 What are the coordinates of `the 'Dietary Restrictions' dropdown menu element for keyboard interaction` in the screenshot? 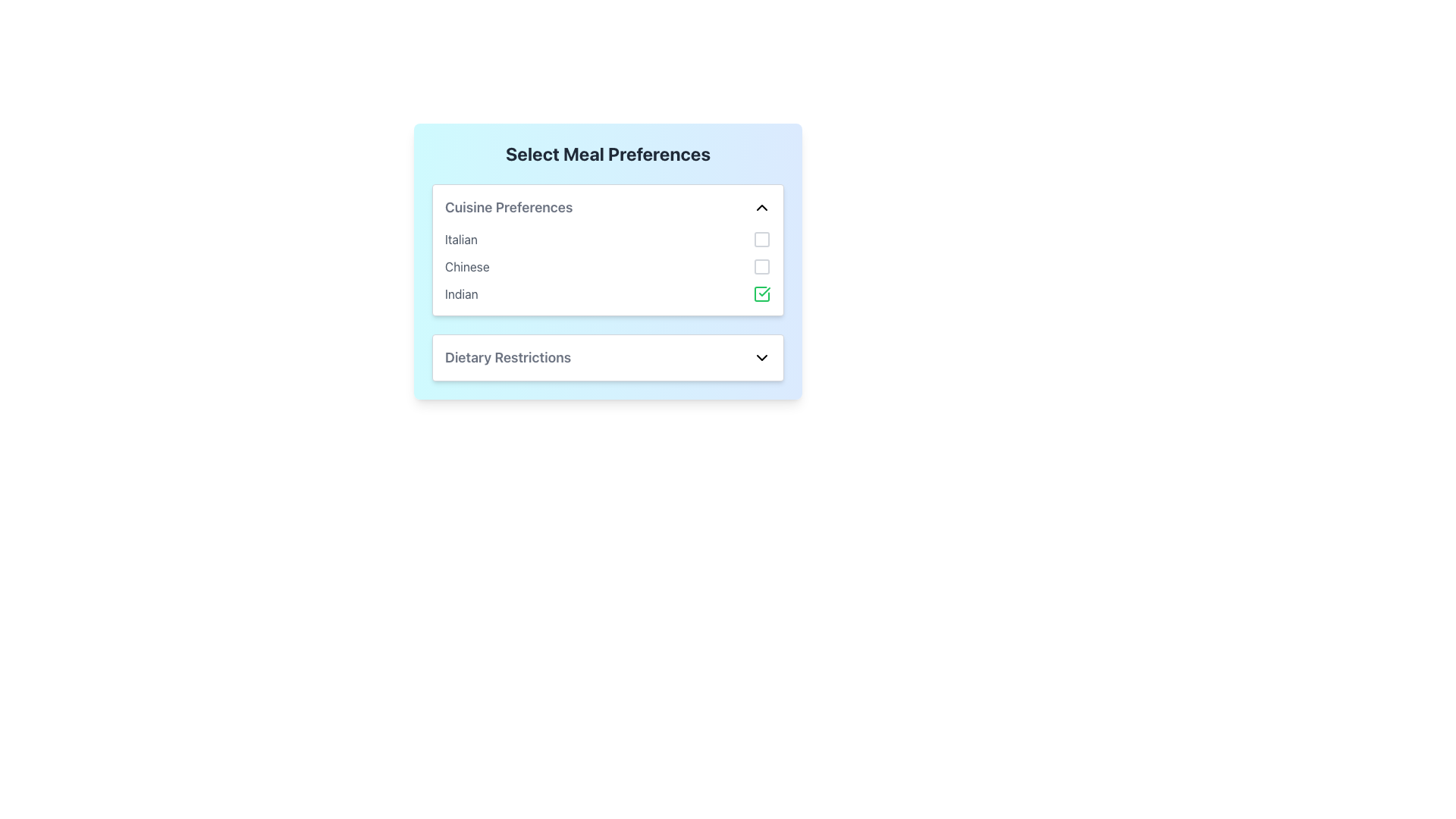 It's located at (607, 357).